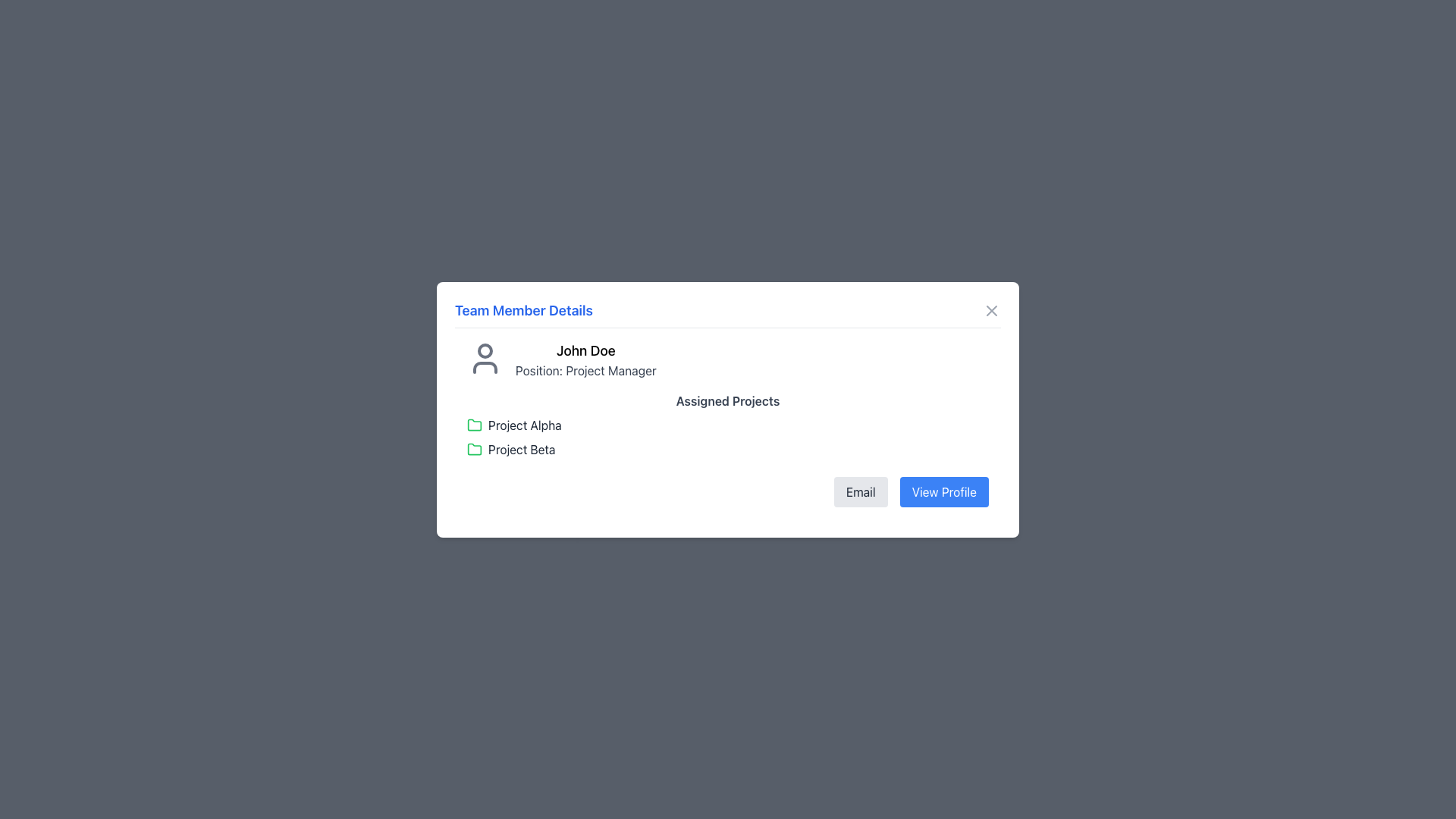  I want to click on lower part of the user icon represented by the Icon component in the SVG graphic, located below the circular component and above the name 'John Doe', so click(484, 367).